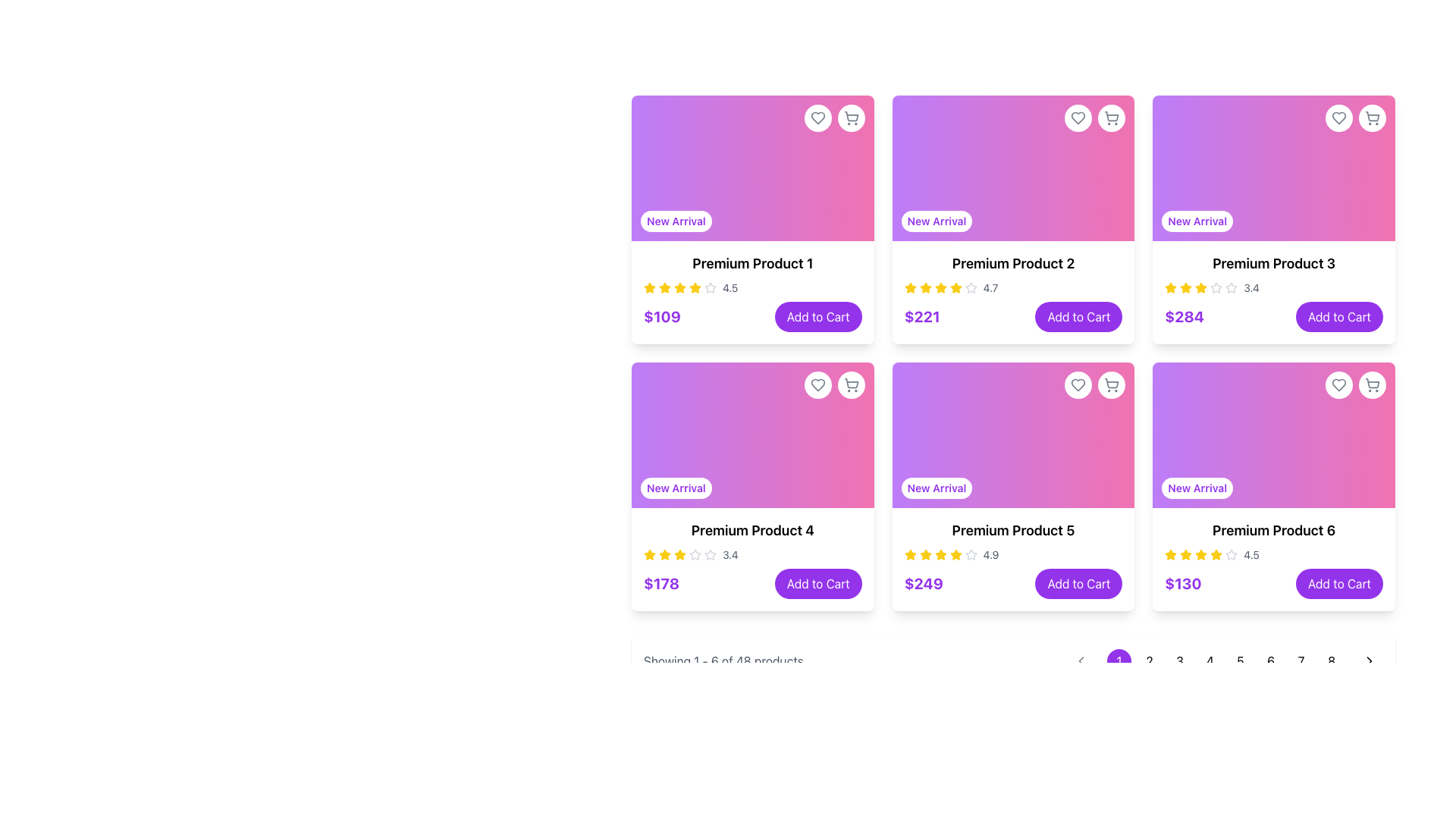 Image resolution: width=1456 pixels, height=819 pixels. Describe the element at coordinates (709, 287) in the screenshot. I see `the second star icon representing the rating for 'Premium Product 1', which is part of a group of five stars located in the top-left product card` at that location.